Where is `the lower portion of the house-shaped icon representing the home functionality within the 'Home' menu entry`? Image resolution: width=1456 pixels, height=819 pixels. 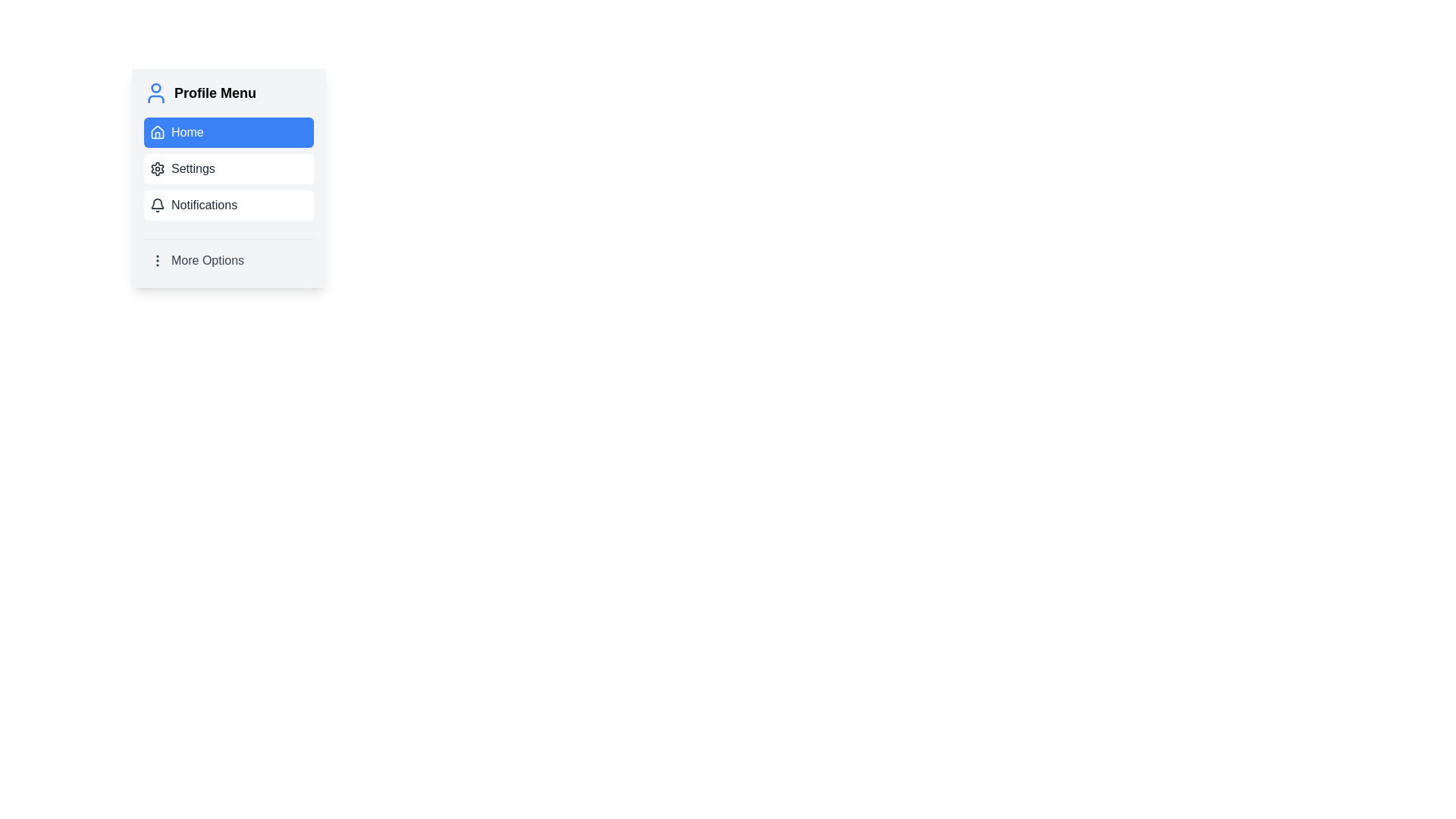
the lower portion of the house-shaped icon representing the home functionality within the 'Home' menu entry is located at coordinates (157, 130).